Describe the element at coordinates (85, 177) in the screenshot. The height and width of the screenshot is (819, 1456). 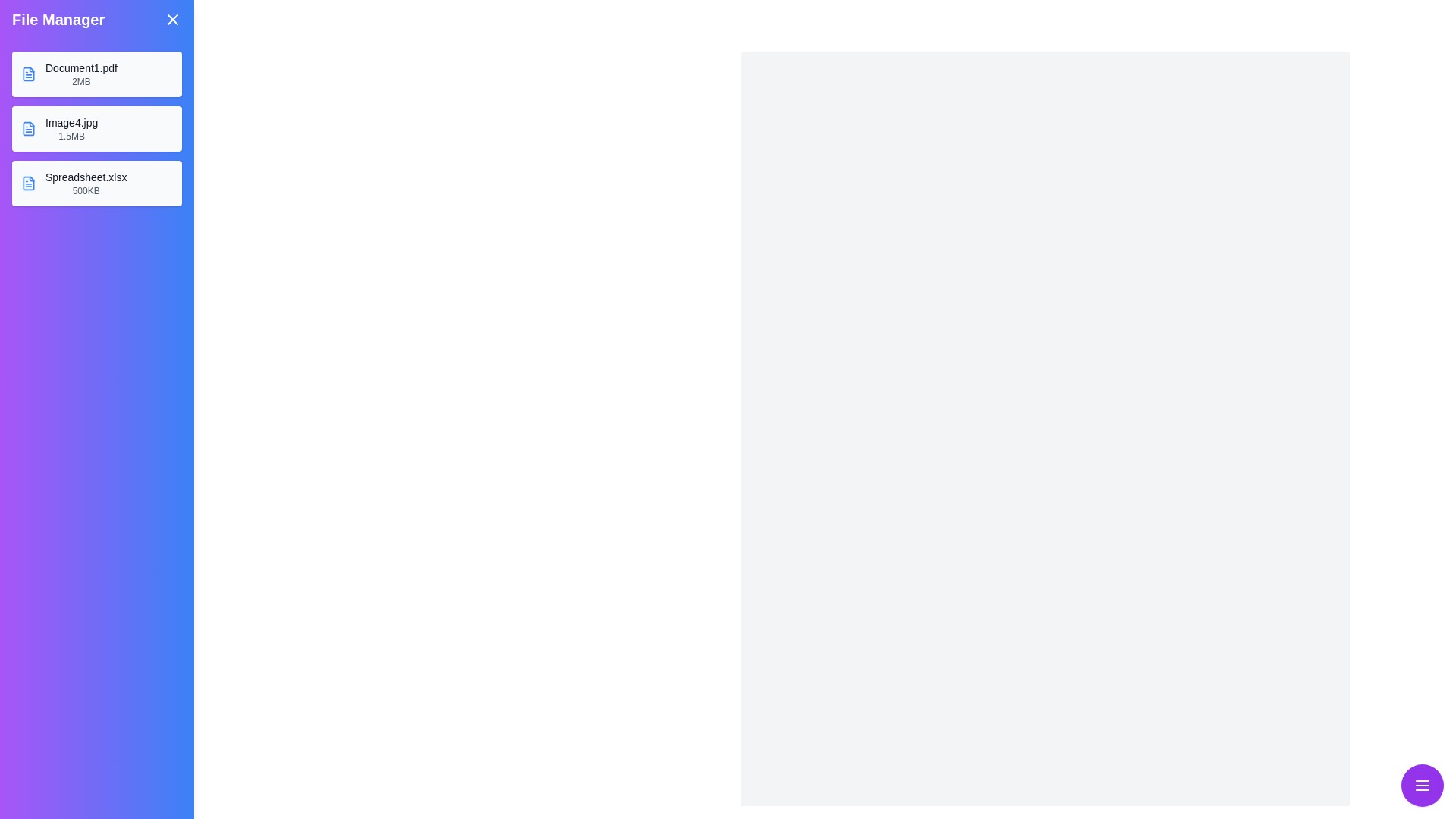
I see `the text label displaying the file name 'Spreadsheet.xlsx' within the file manager interface` at that location.